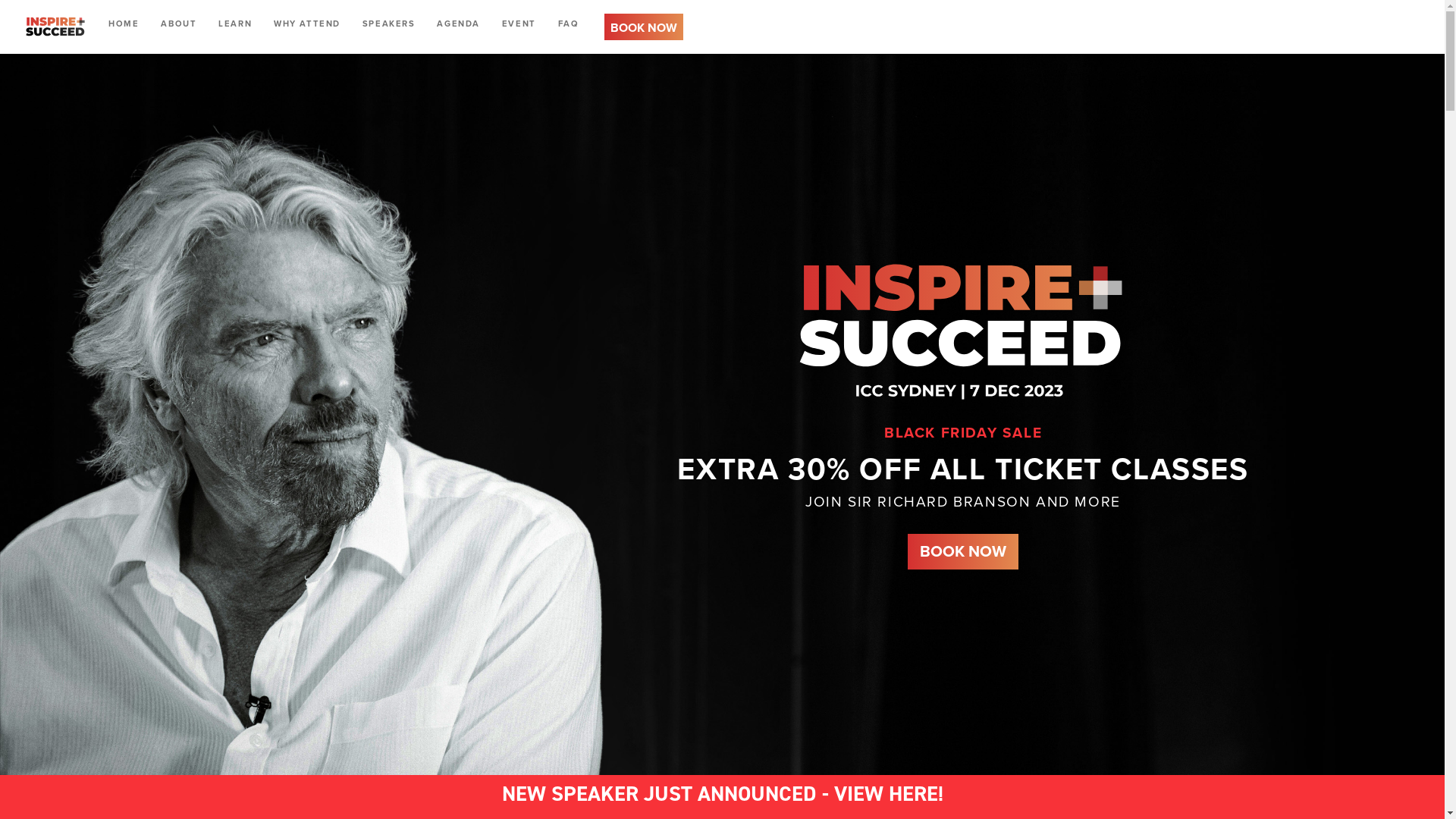  Describe the element at coordinates (457, 23) in the screenshot. I see `'AGENDA'` at that location.